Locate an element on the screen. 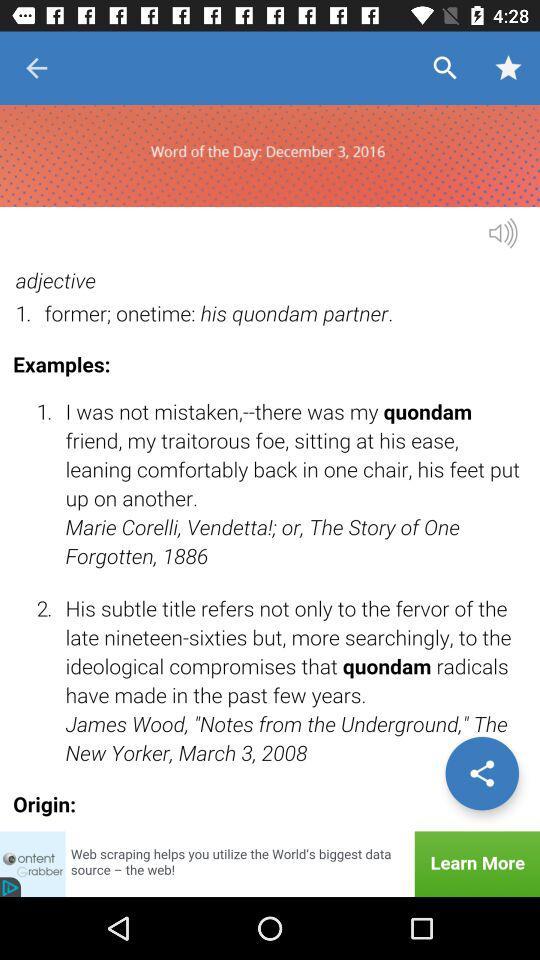  share is located at coordinates (481, 772).